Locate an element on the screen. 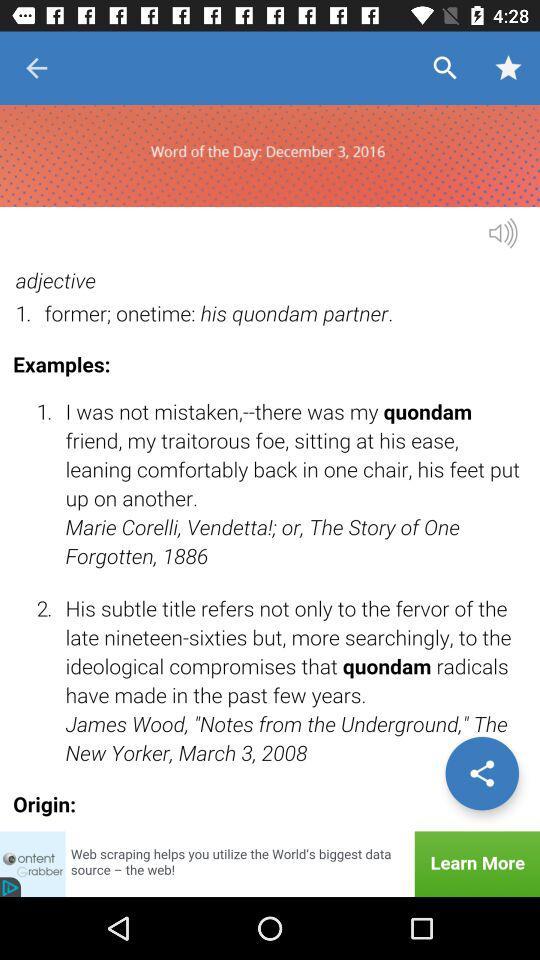  share is located at coordinates (481, 772).